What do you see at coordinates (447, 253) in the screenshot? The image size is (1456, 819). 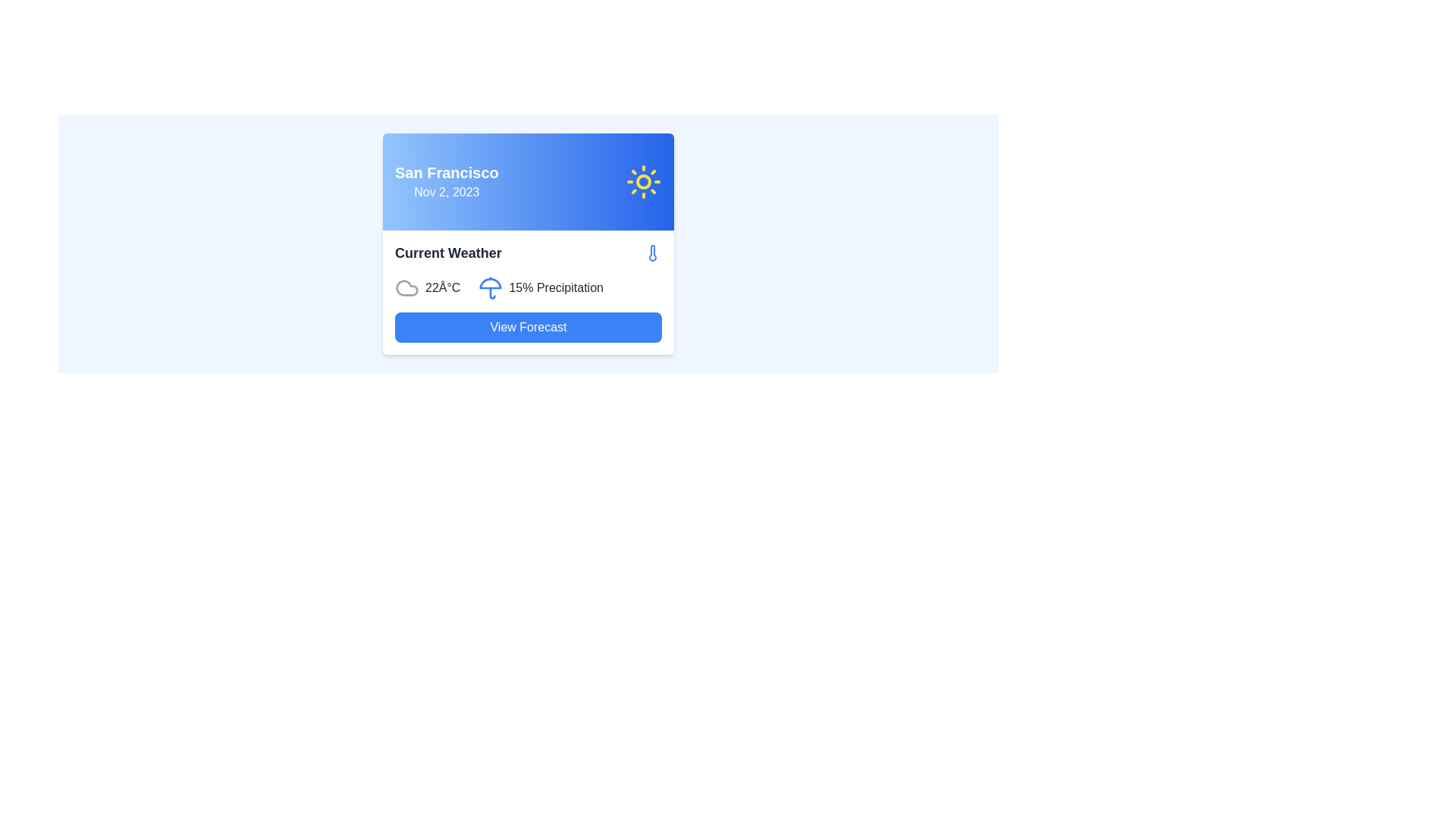 I see `text element displaying 'Current Weather', which is styled in bold, larger sans-serif font, and is dark gray in color, located at the top-middle section of the card below the title 'San Francisco Nov 2, 2023'` at bounding box center [447, 253].